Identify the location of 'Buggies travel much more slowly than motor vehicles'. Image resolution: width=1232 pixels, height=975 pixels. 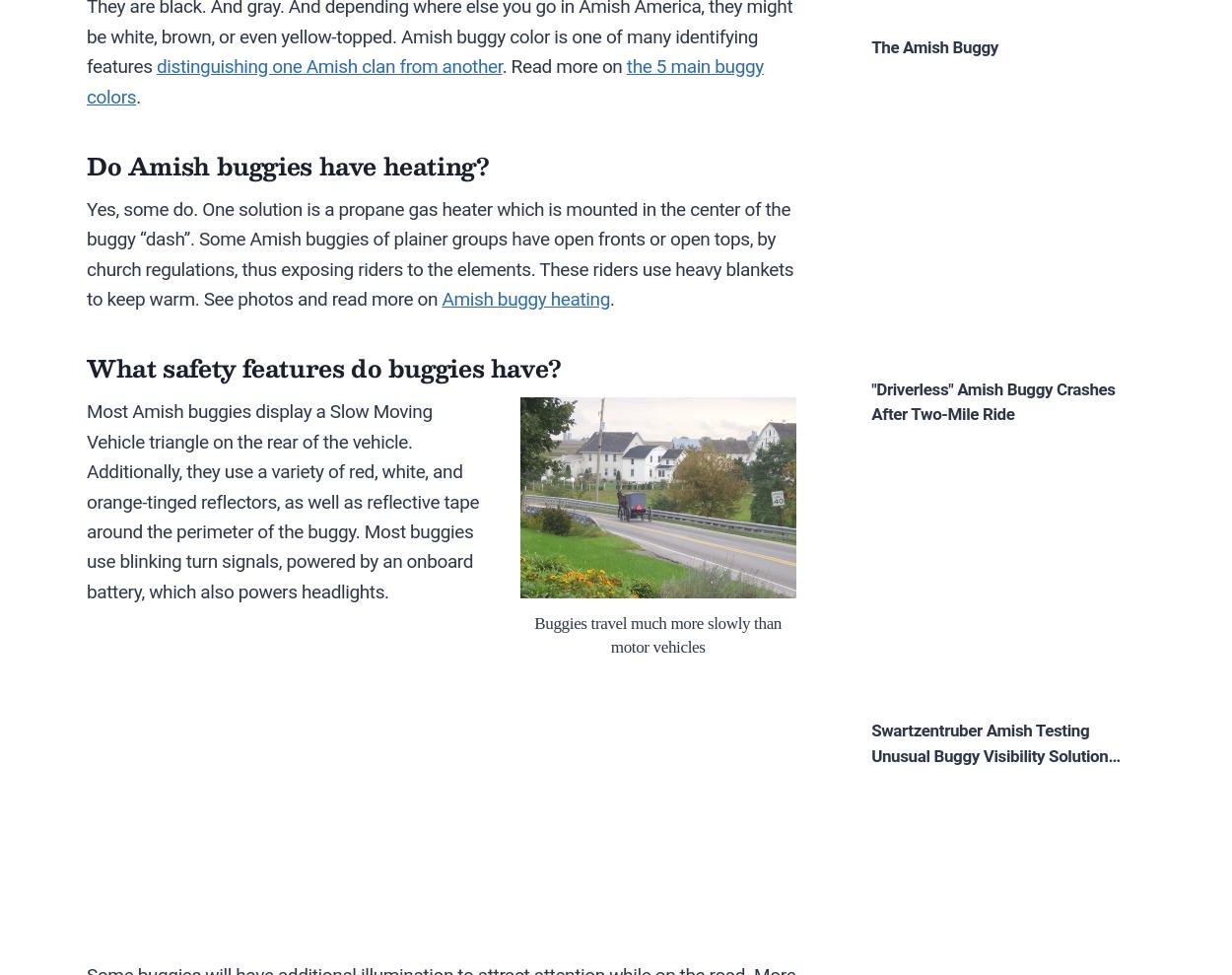
(657, 635).